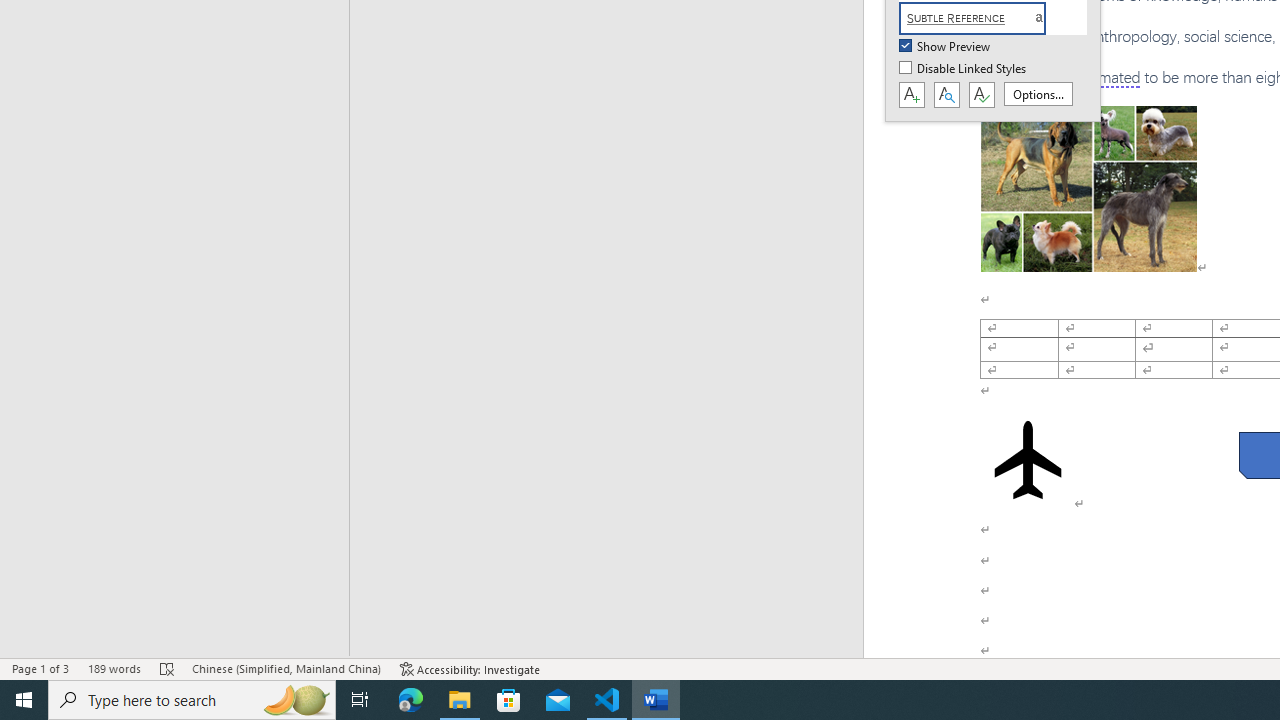 This screenshot has width=1280, height=720. I want to click on 'Disable Linked Styles', so click(964, 68).